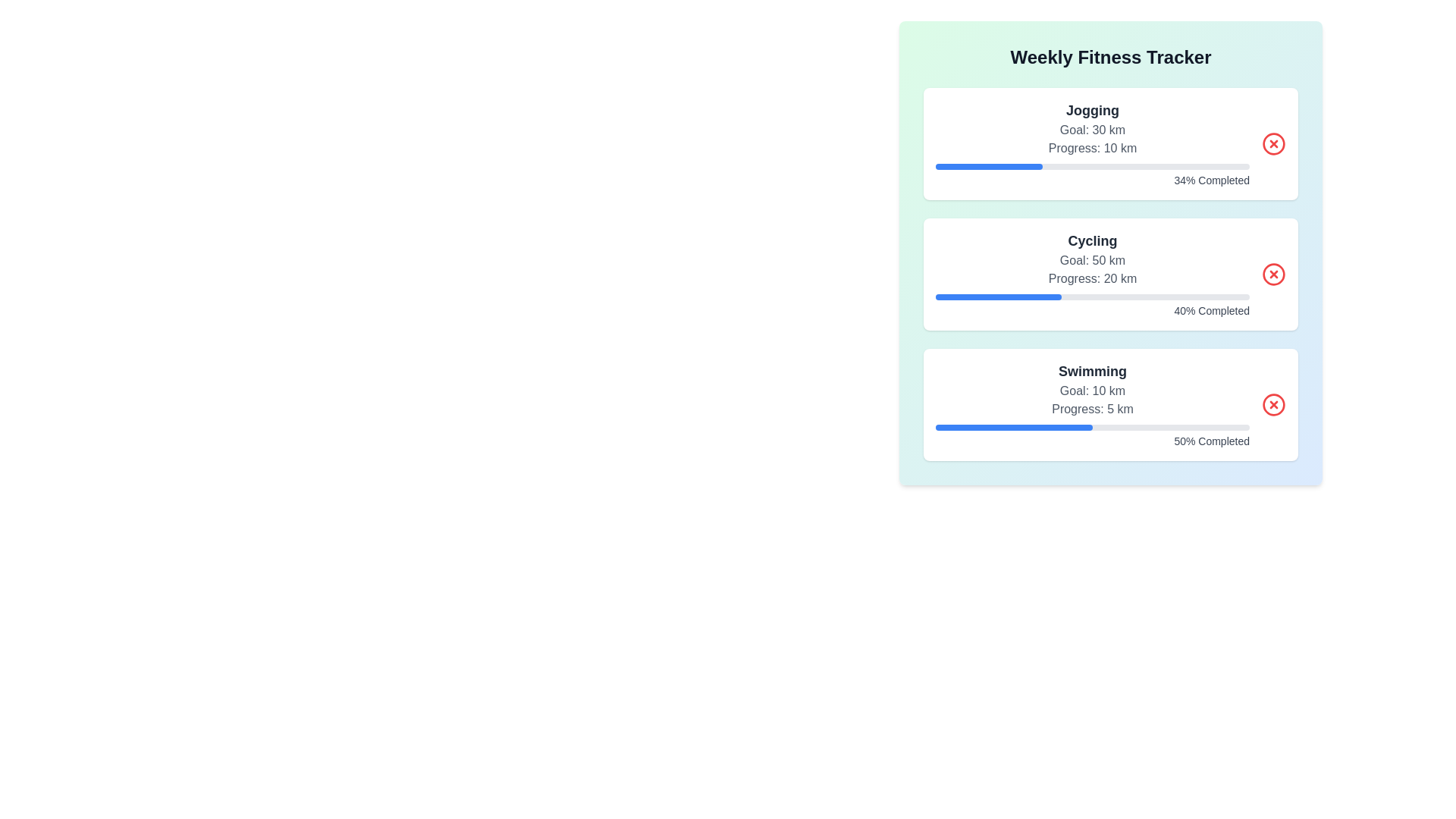 Image resolution: width=1456 pixels, height=819 pixels. Describe the element at coordinates (1092, 371) in the screenshot. I see `the header text 'Swimming' in the third card` at that location.